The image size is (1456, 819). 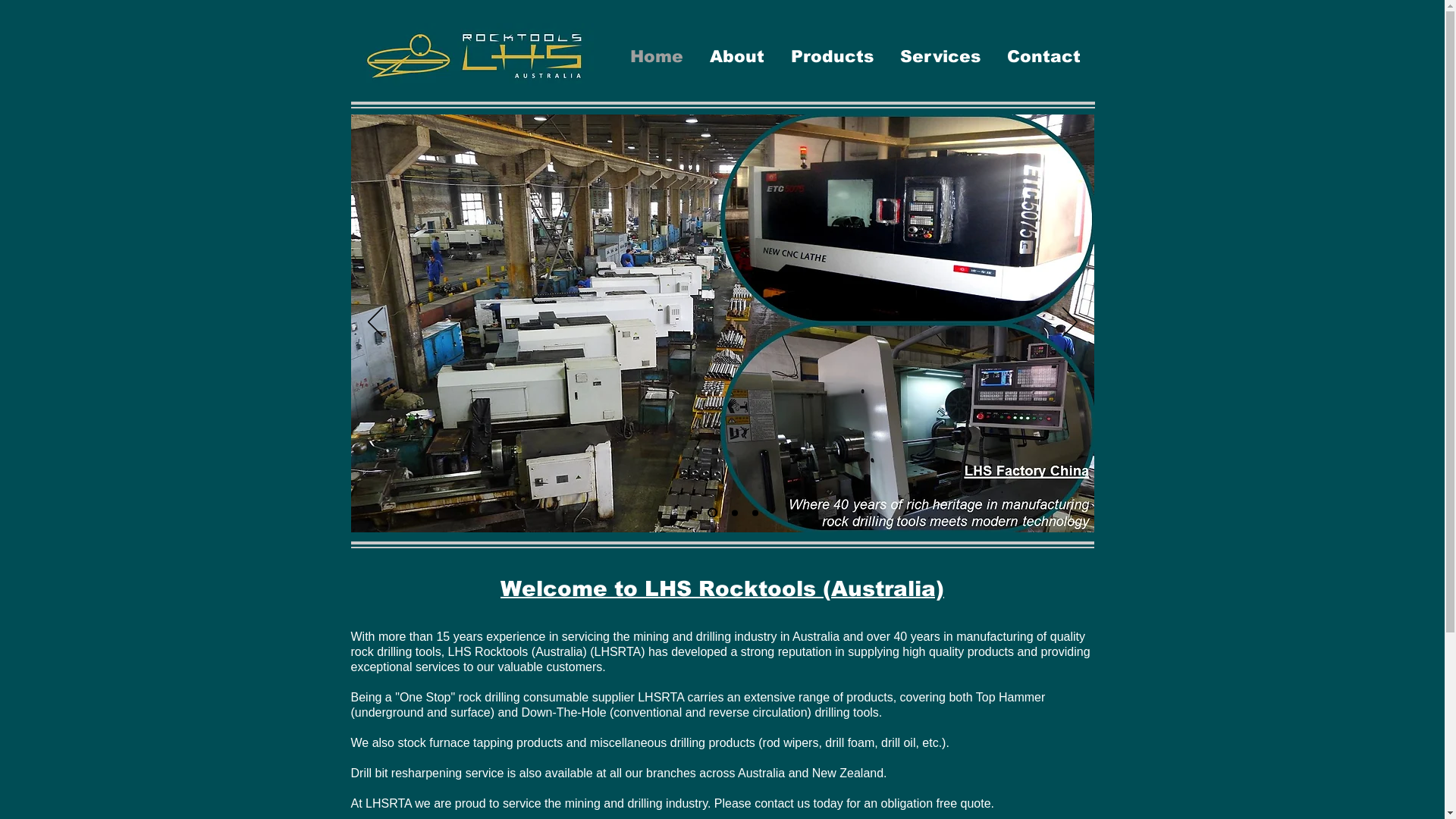 I want to click on 'About', so click(x=736, y=55).